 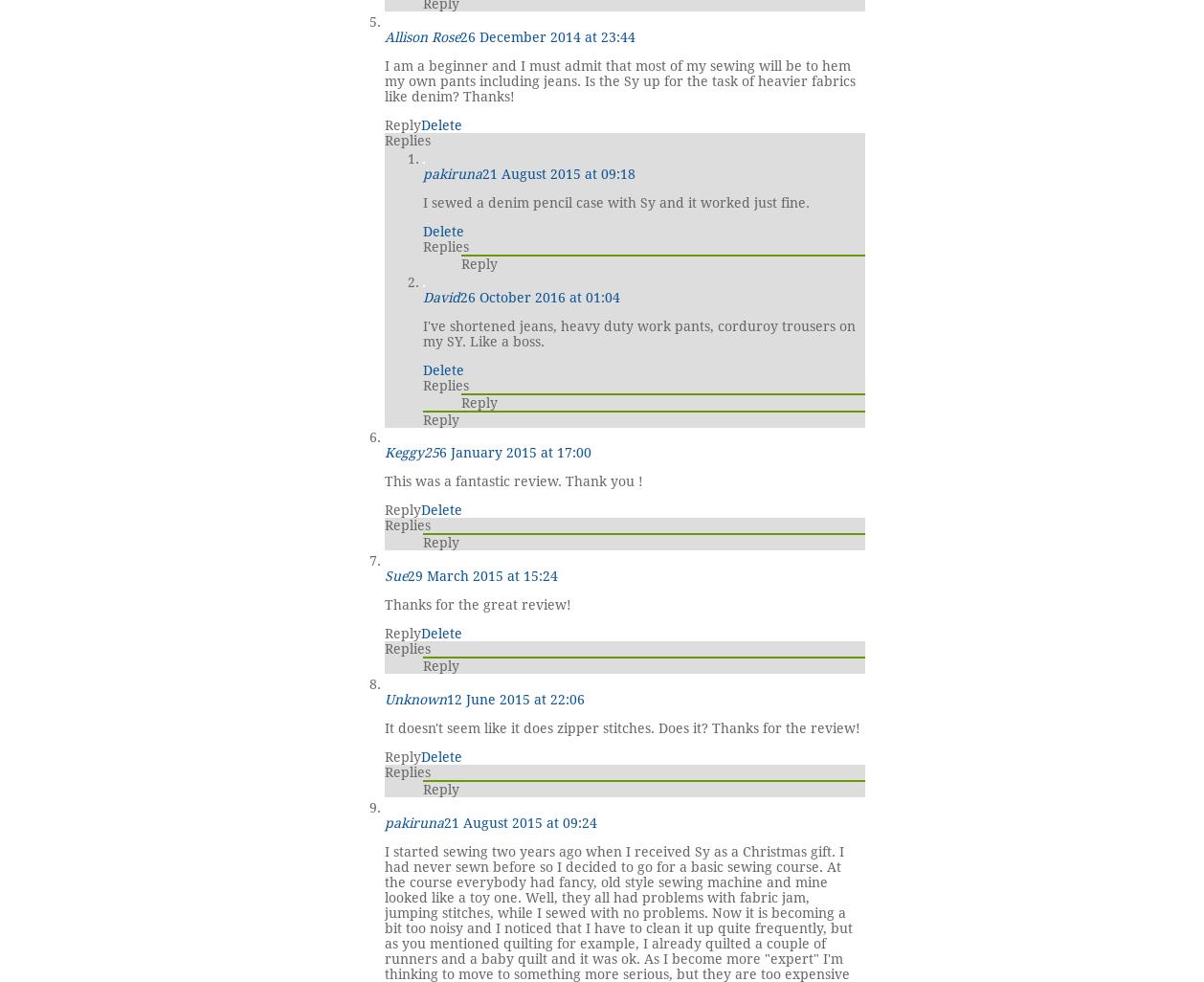 I want to click on 'Sue', so click(x=395, y=574).